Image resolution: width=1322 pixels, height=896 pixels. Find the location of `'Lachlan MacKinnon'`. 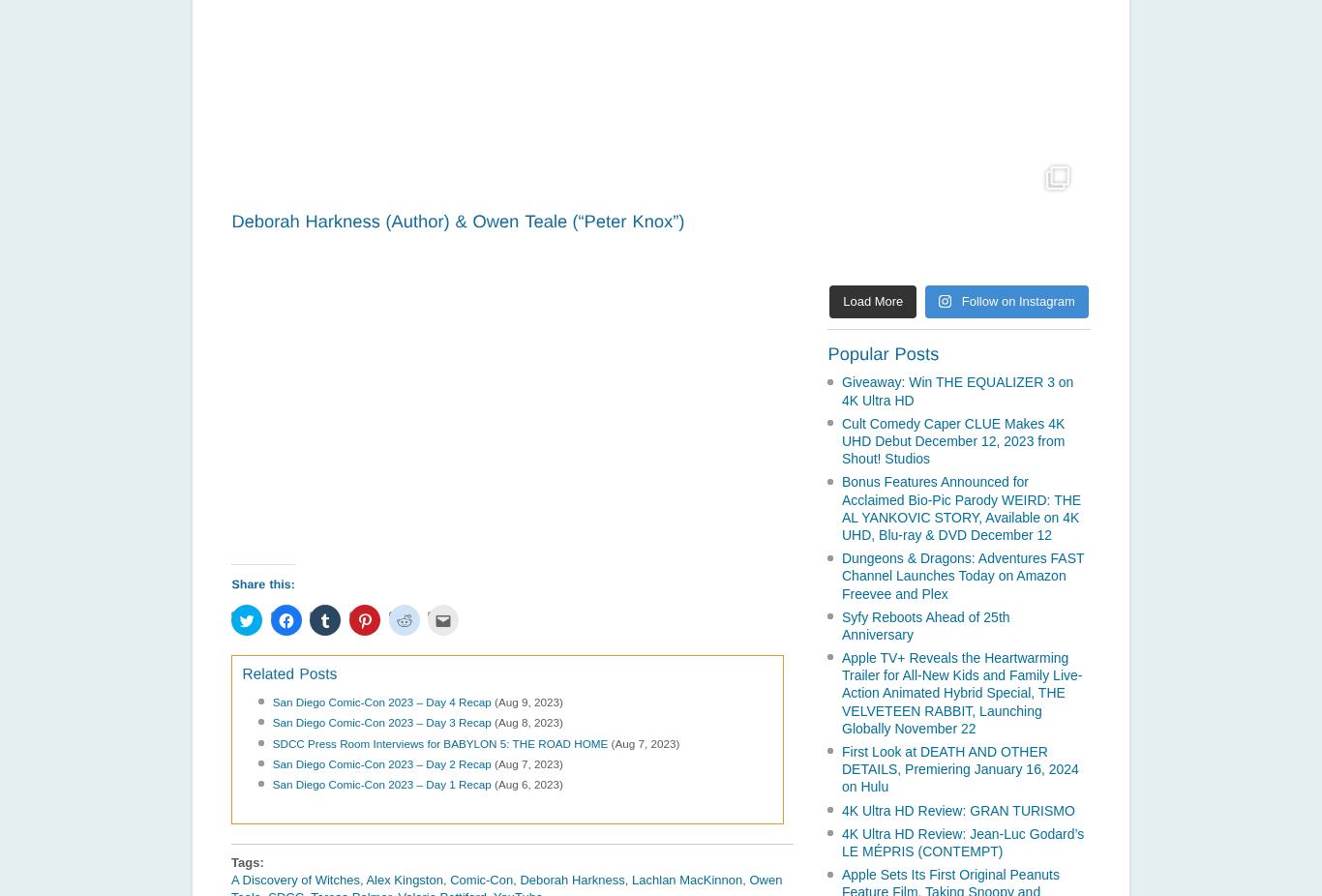

'Lachlan MacKinnon' is located at coordinates (630, 879).